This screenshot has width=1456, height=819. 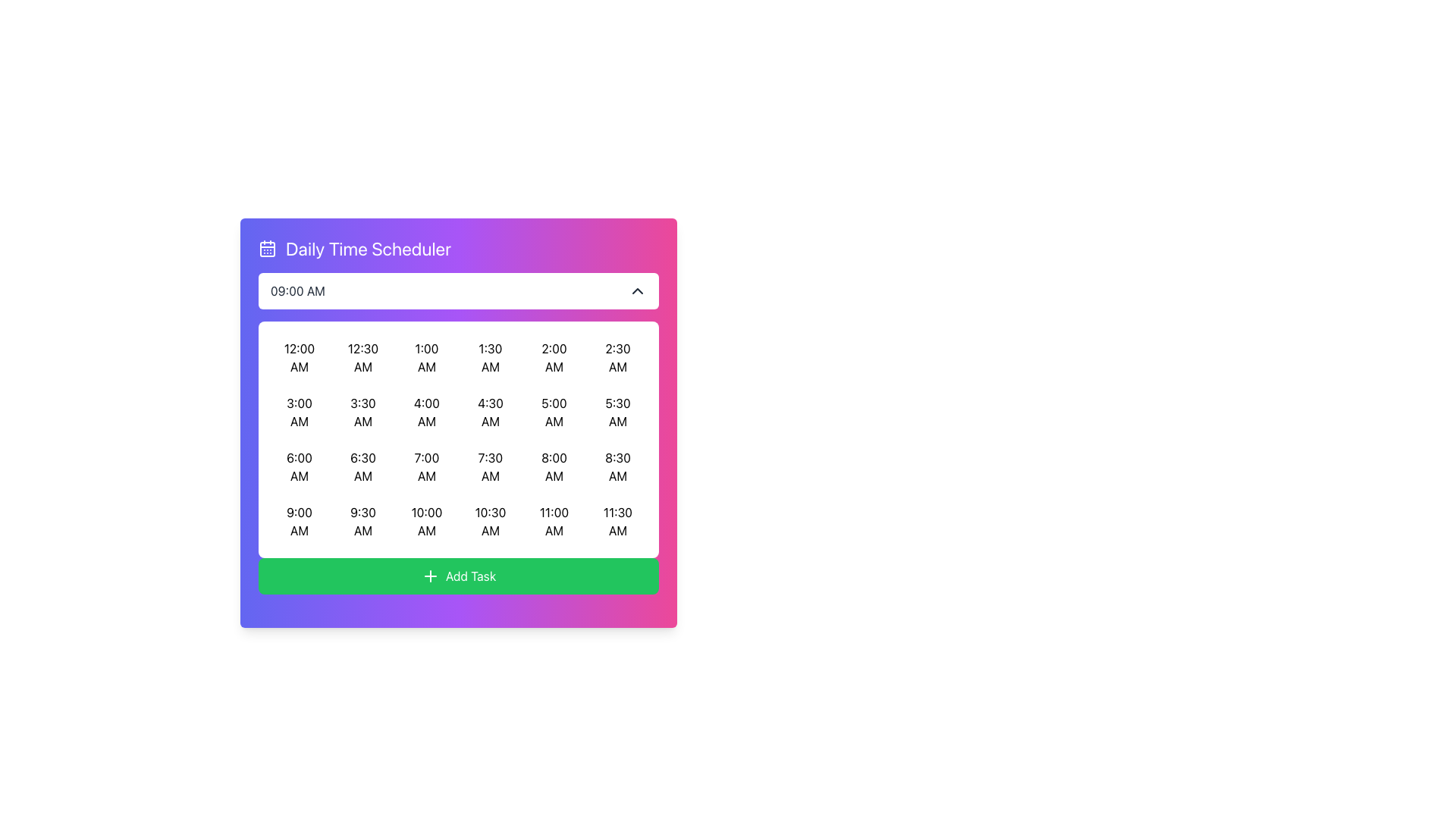 I want to click on the '4:30 AM' time slot button to indicate selection through keyboard interaction, so click(x=491, y=412).